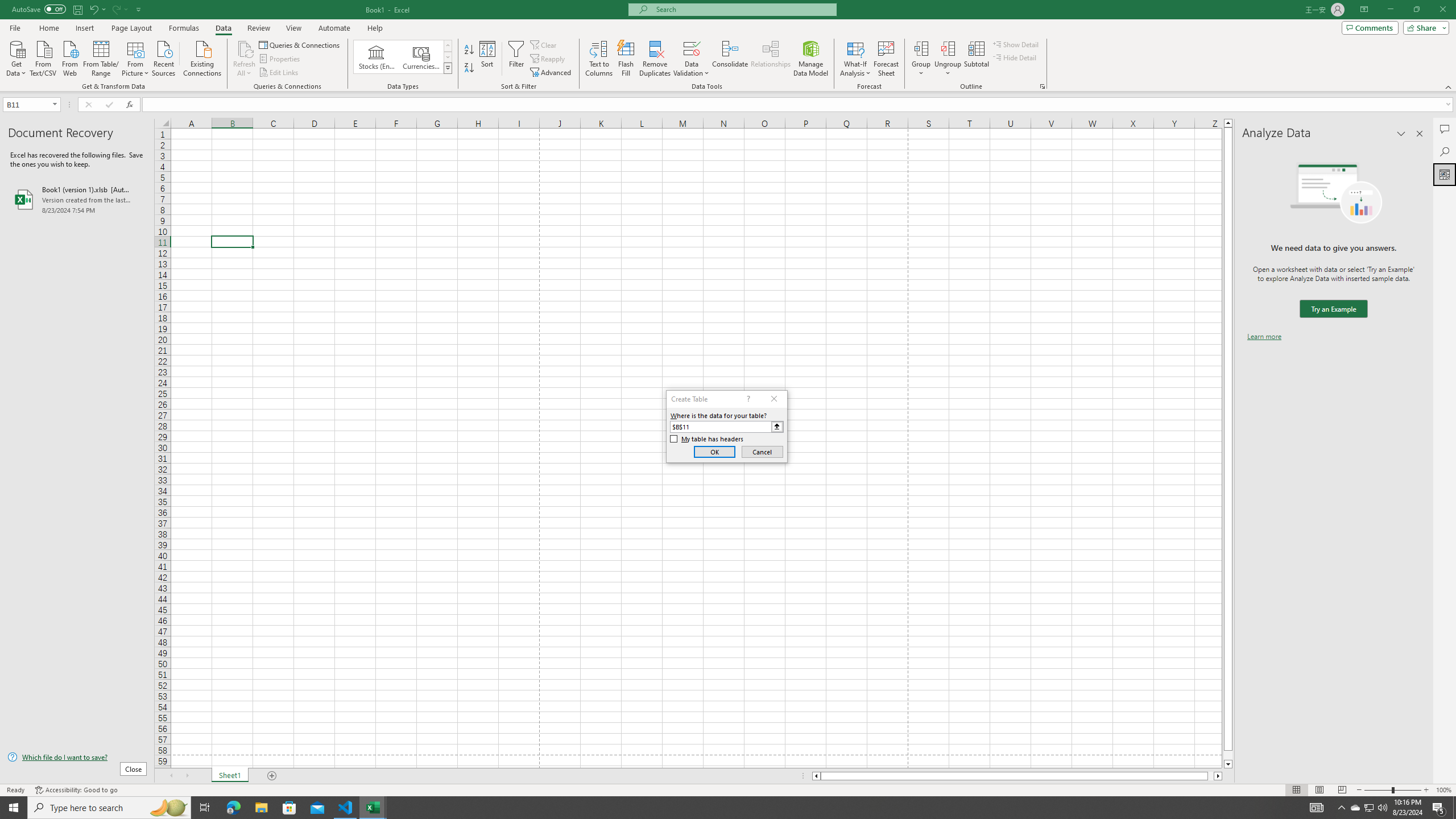  Describe the element at coordinates (810, 59) in the screenshot. I see `'Manage Data Model'` at that location.